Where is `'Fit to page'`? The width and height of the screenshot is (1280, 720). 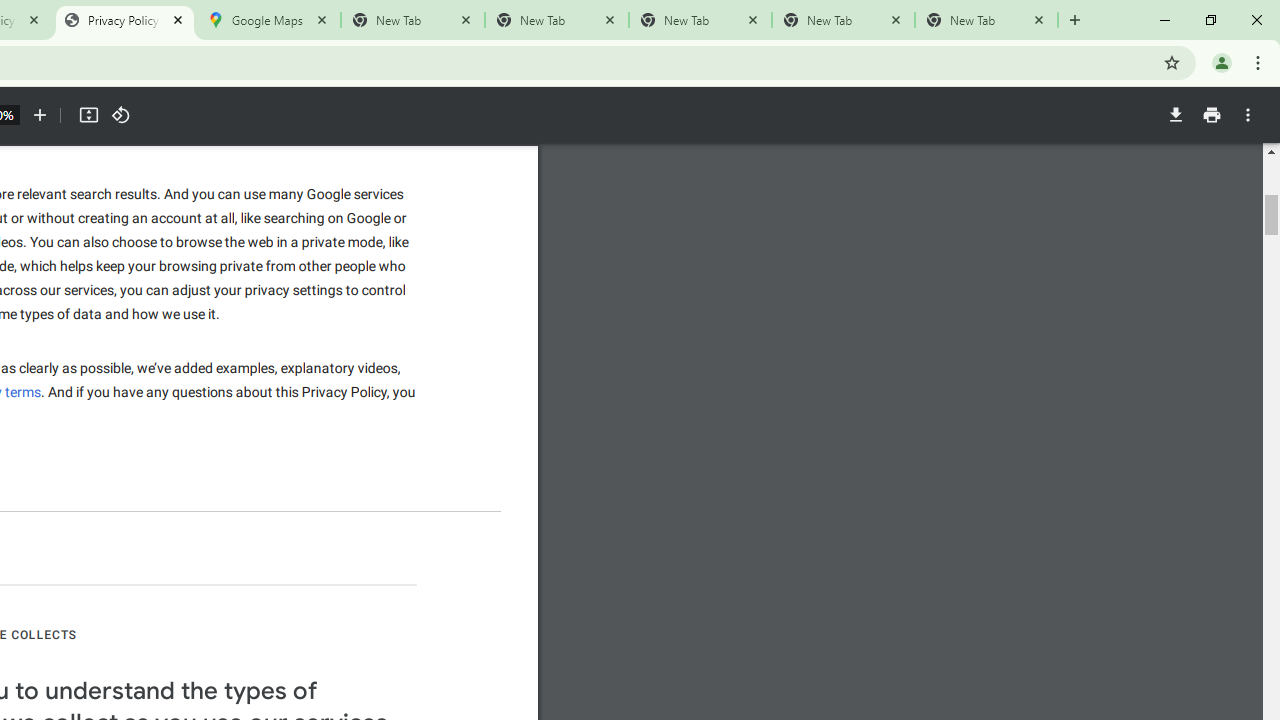 'Fit to page' is located at coordinates (87, 115).